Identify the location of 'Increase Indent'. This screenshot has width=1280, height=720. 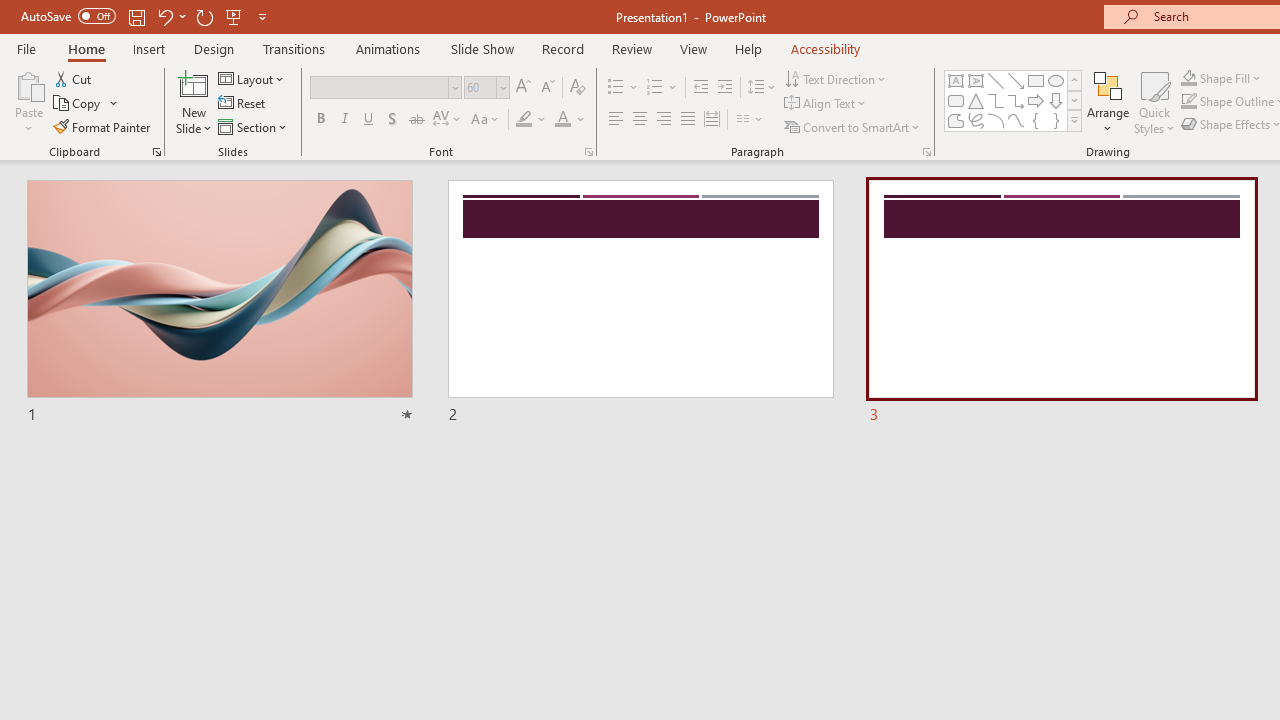
(724, 86).